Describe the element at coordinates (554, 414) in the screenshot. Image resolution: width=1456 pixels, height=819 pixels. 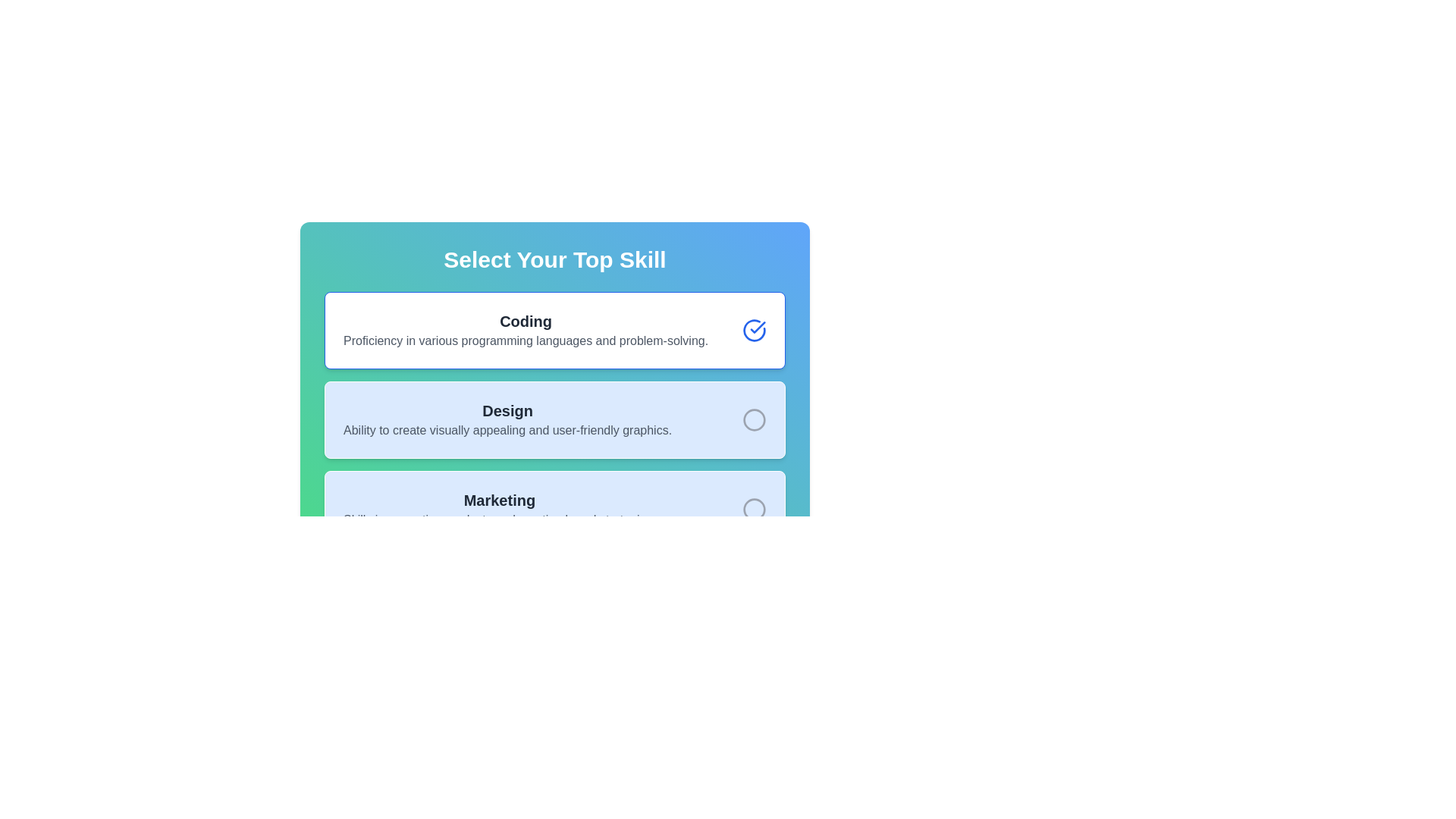
I see `the 'Design' skill selectable option card located under the title 'Select Your Top Skill', which is the second option in the list` at that location.